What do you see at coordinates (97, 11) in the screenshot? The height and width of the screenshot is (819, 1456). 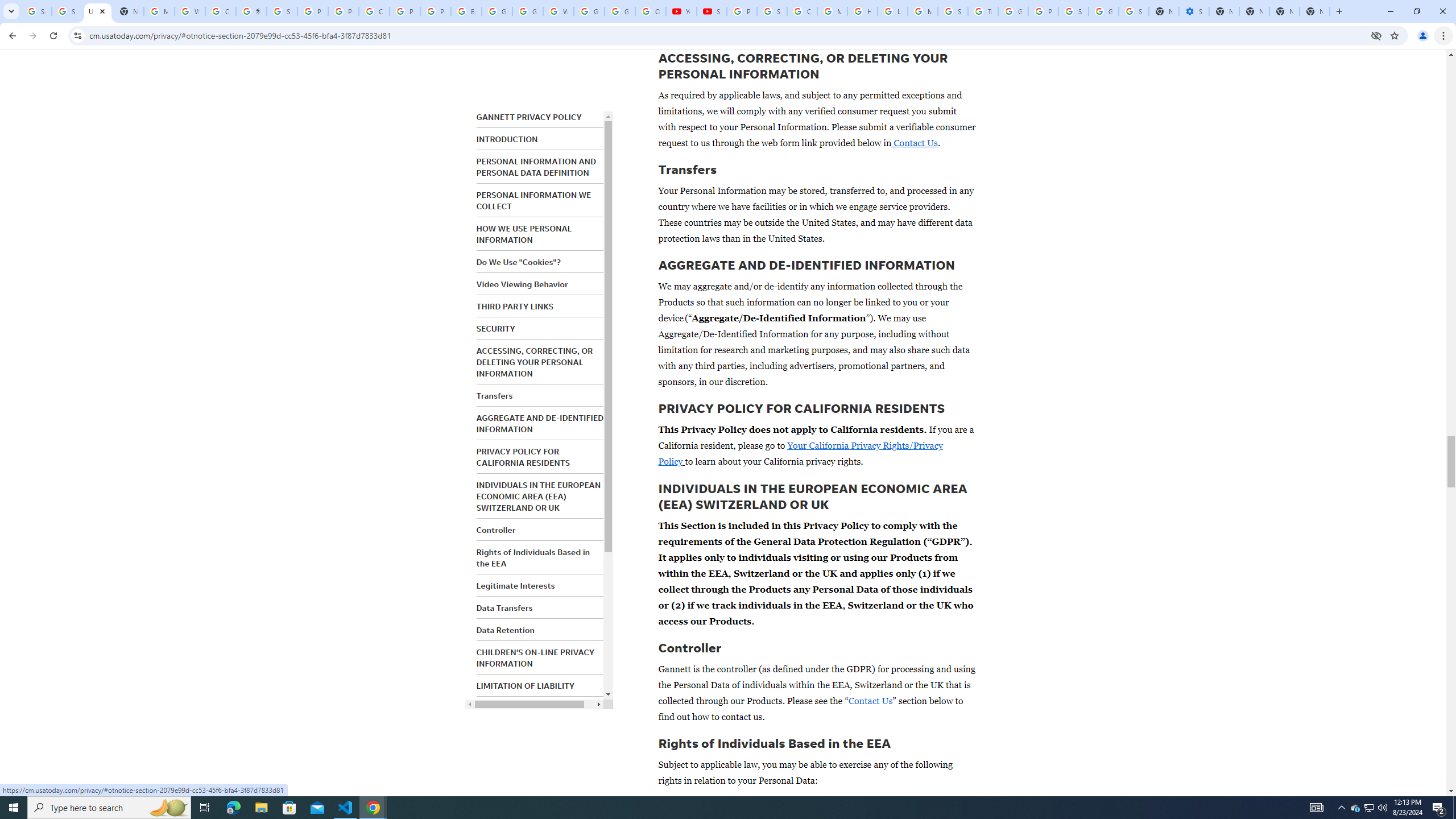 I see `'USA TODAY'` at bounding box center [97, 11].